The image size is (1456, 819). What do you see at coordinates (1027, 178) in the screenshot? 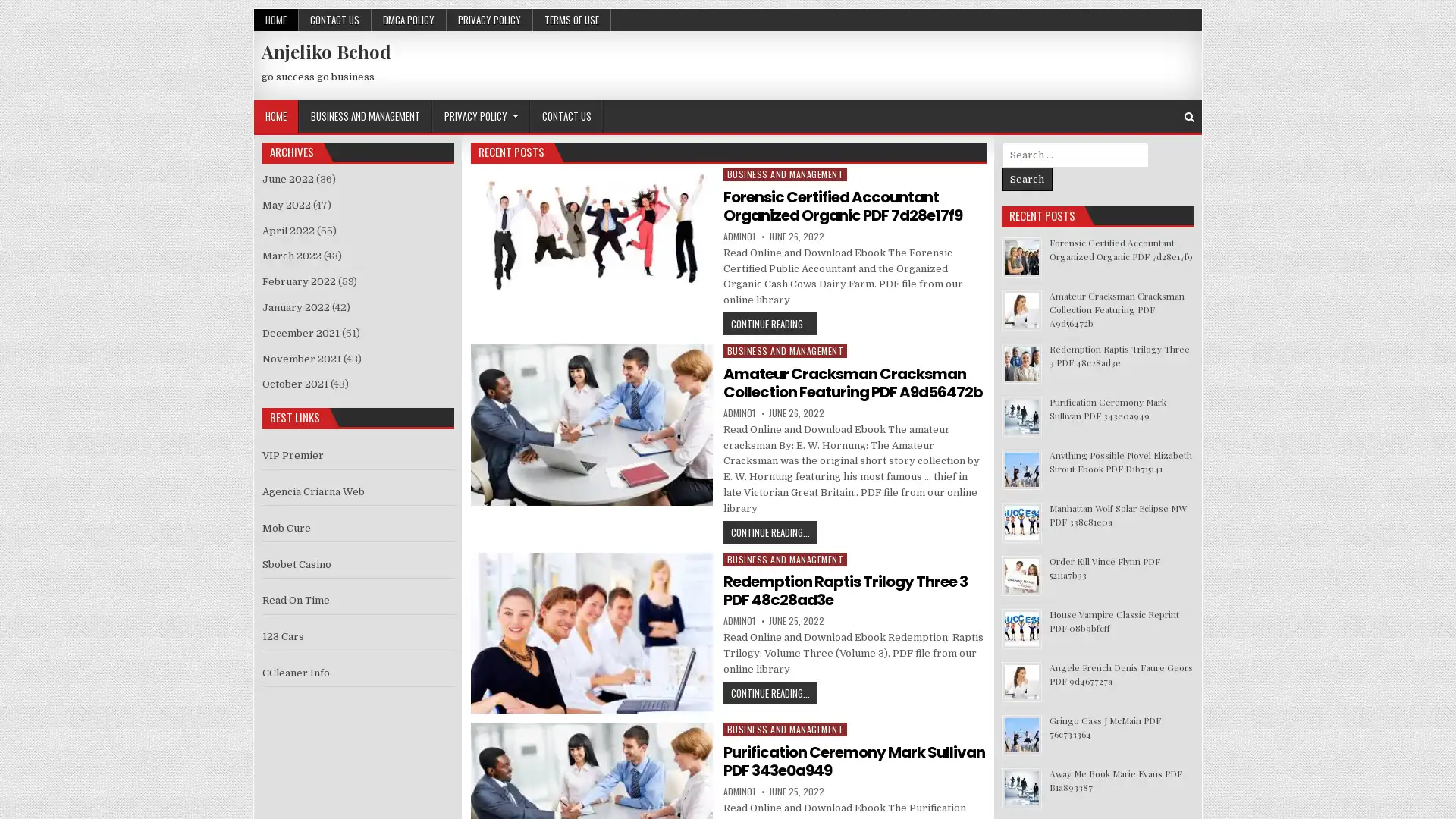
I see `Search` at bounding box center [1027, 178].